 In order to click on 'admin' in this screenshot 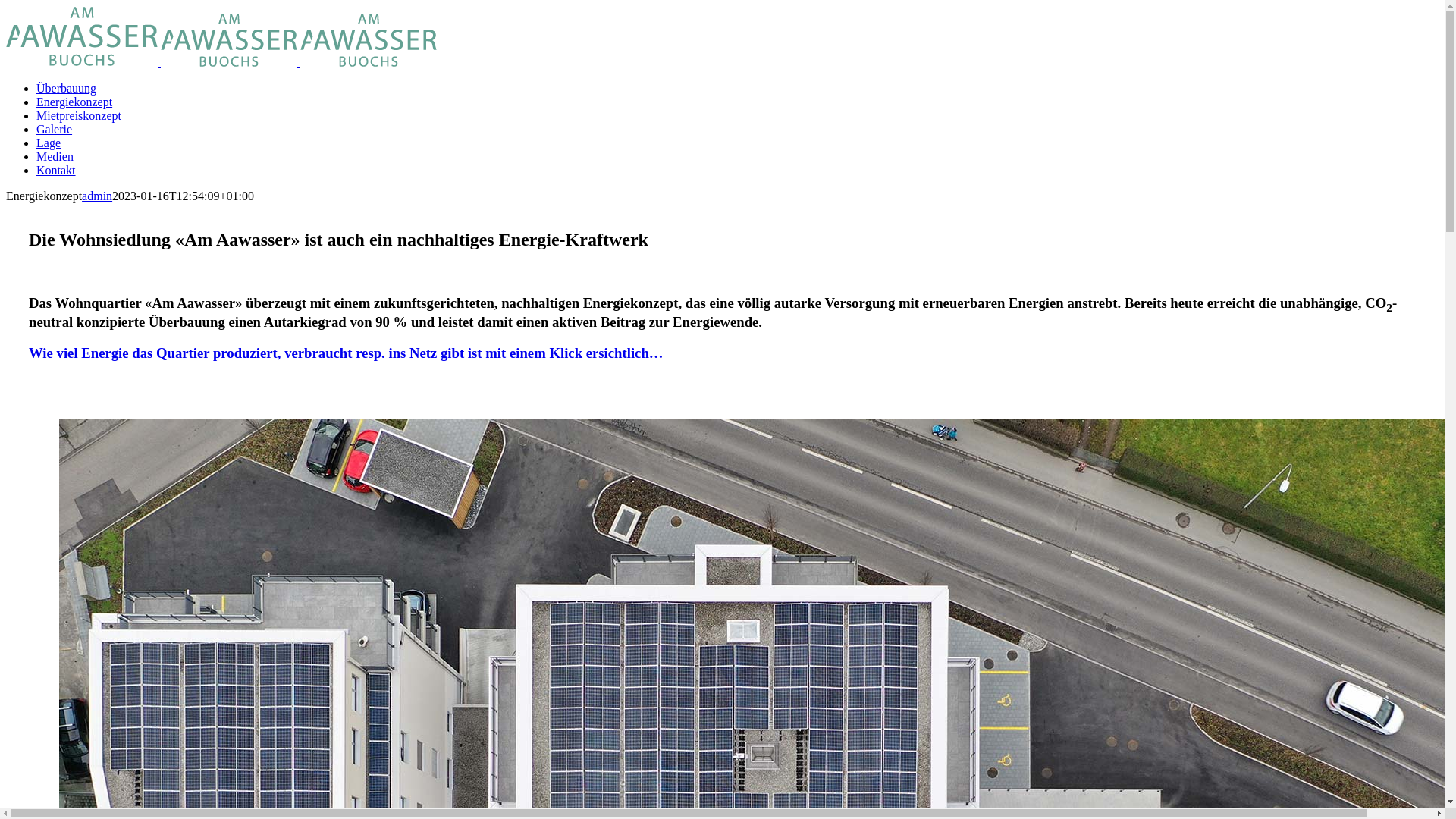, I will do `click(96, 195)`.